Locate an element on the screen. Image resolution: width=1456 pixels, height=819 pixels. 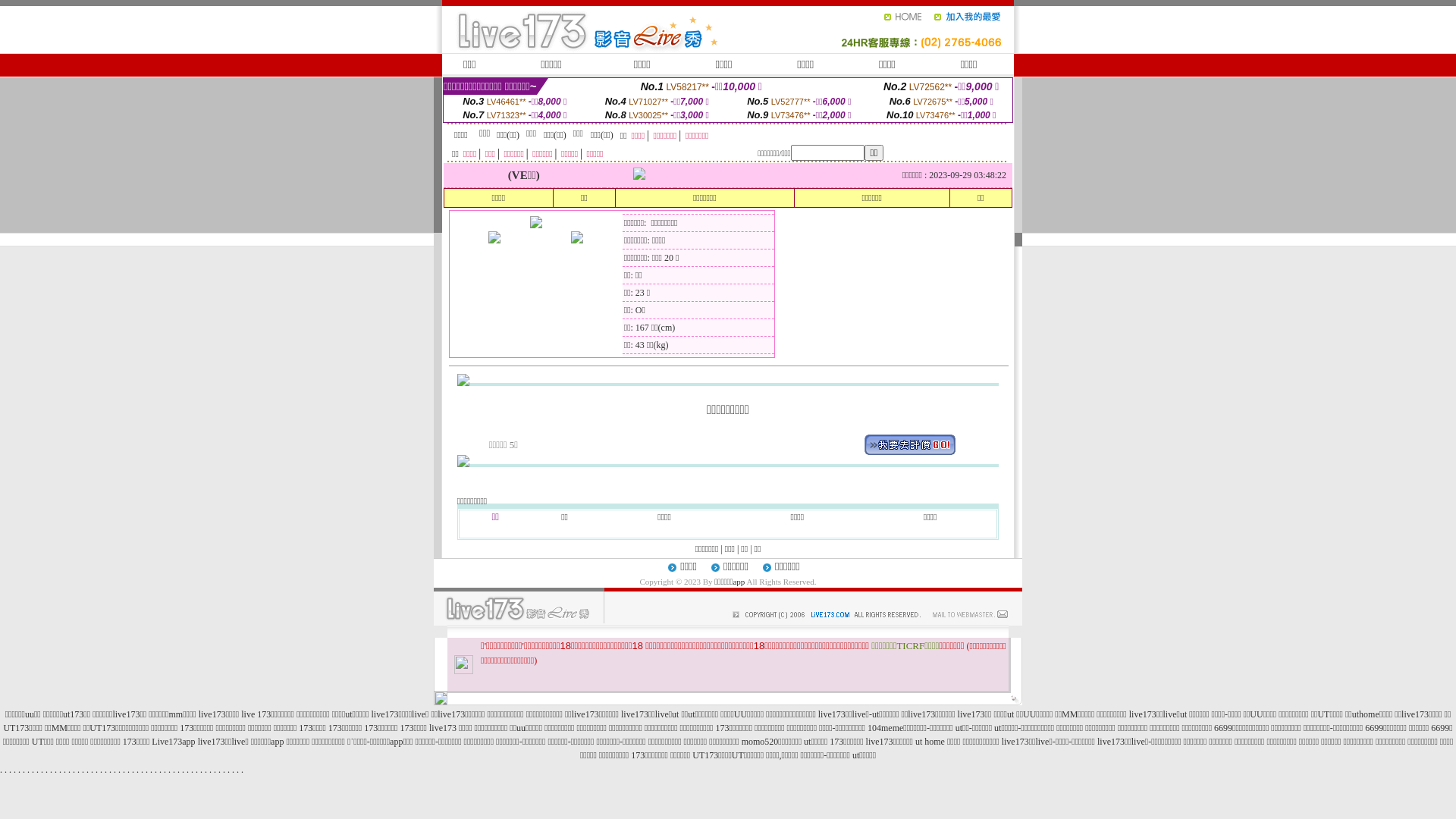
'.' is located at coordinates (182, 769).